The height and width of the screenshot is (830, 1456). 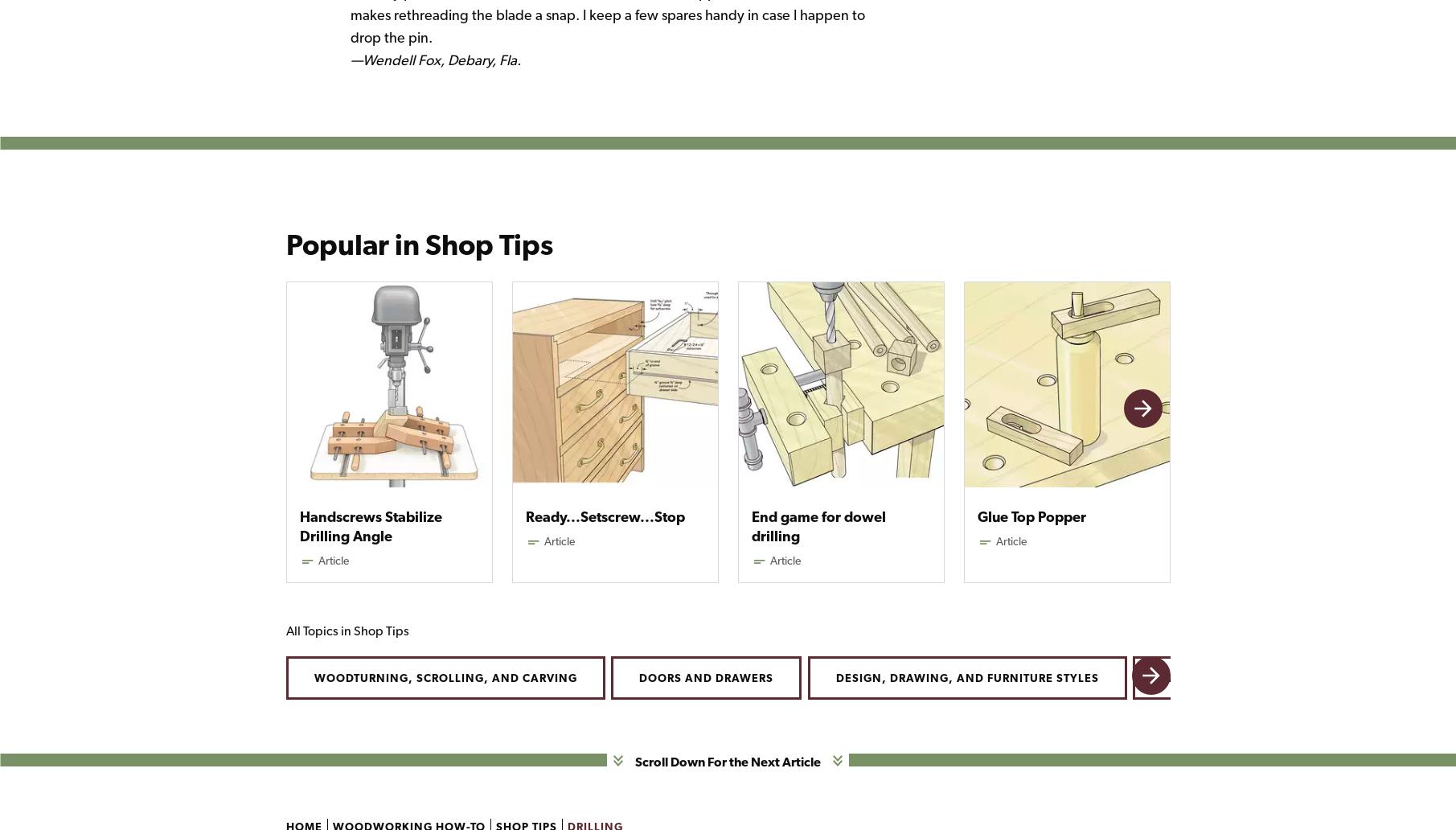 I want to click on 'Popular in', so click(x=355, y=243).